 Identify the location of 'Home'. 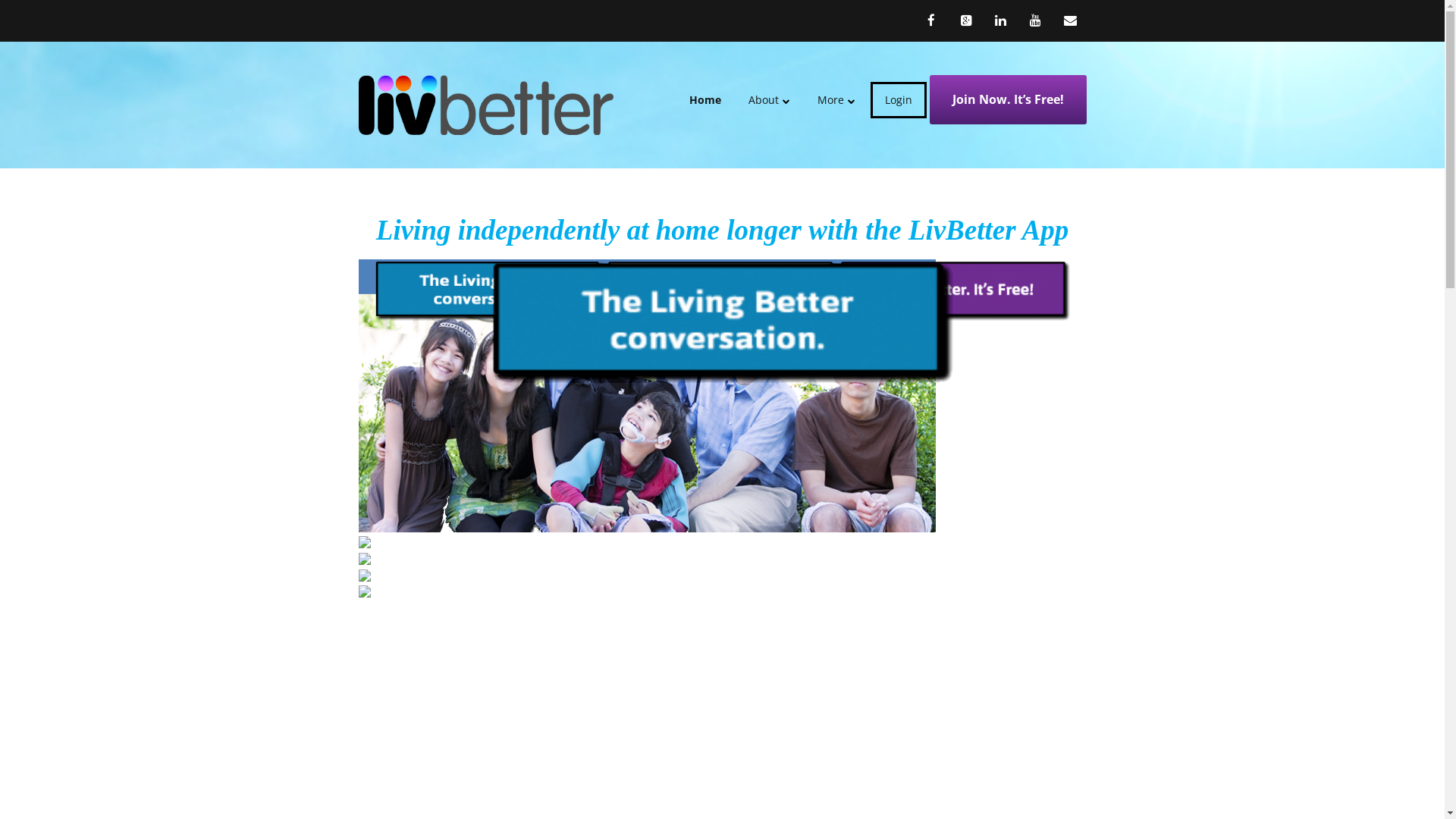
(709, 99).